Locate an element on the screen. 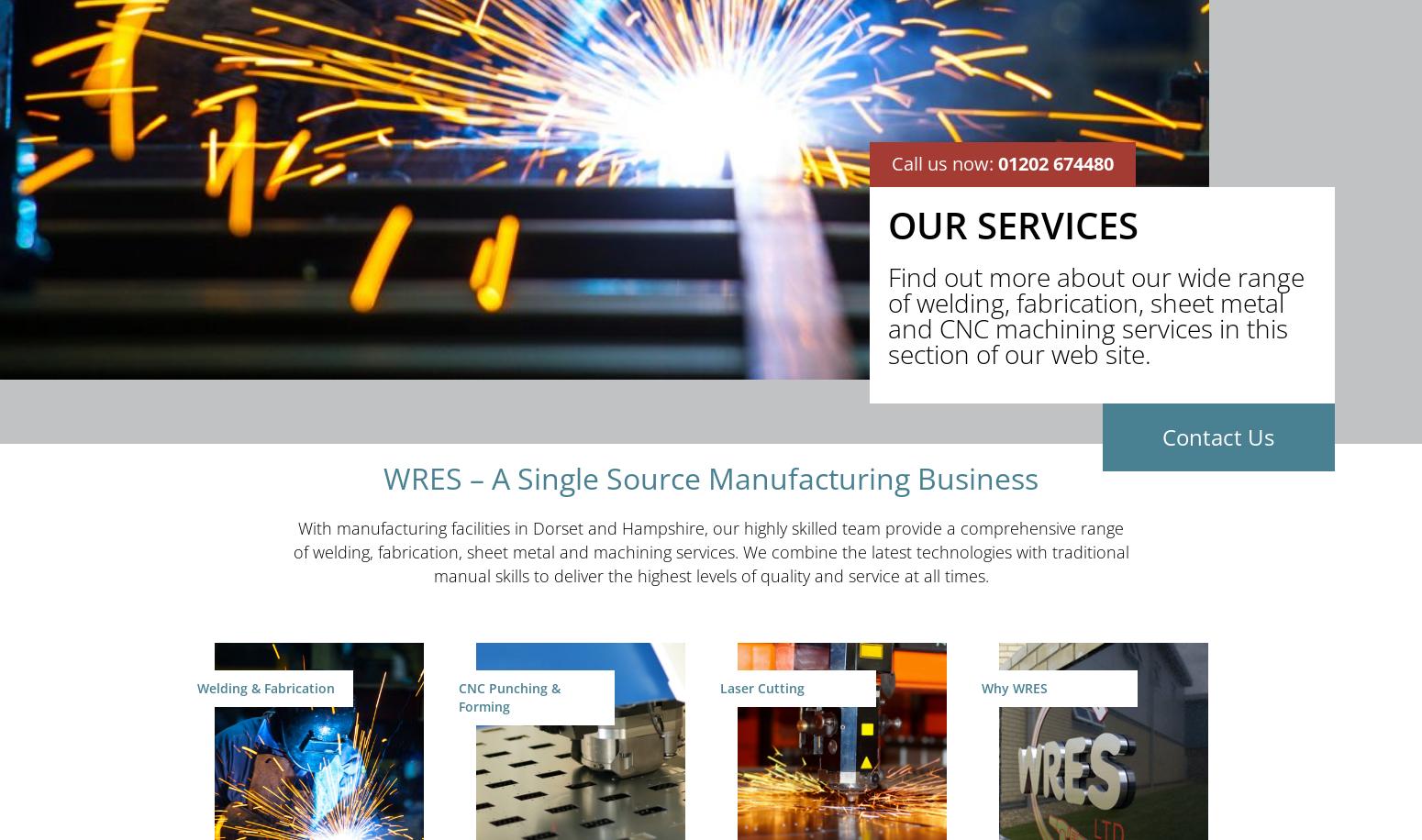 The image size is (1422, 840). '01202 674480' is located at coordinates (1055, 162).